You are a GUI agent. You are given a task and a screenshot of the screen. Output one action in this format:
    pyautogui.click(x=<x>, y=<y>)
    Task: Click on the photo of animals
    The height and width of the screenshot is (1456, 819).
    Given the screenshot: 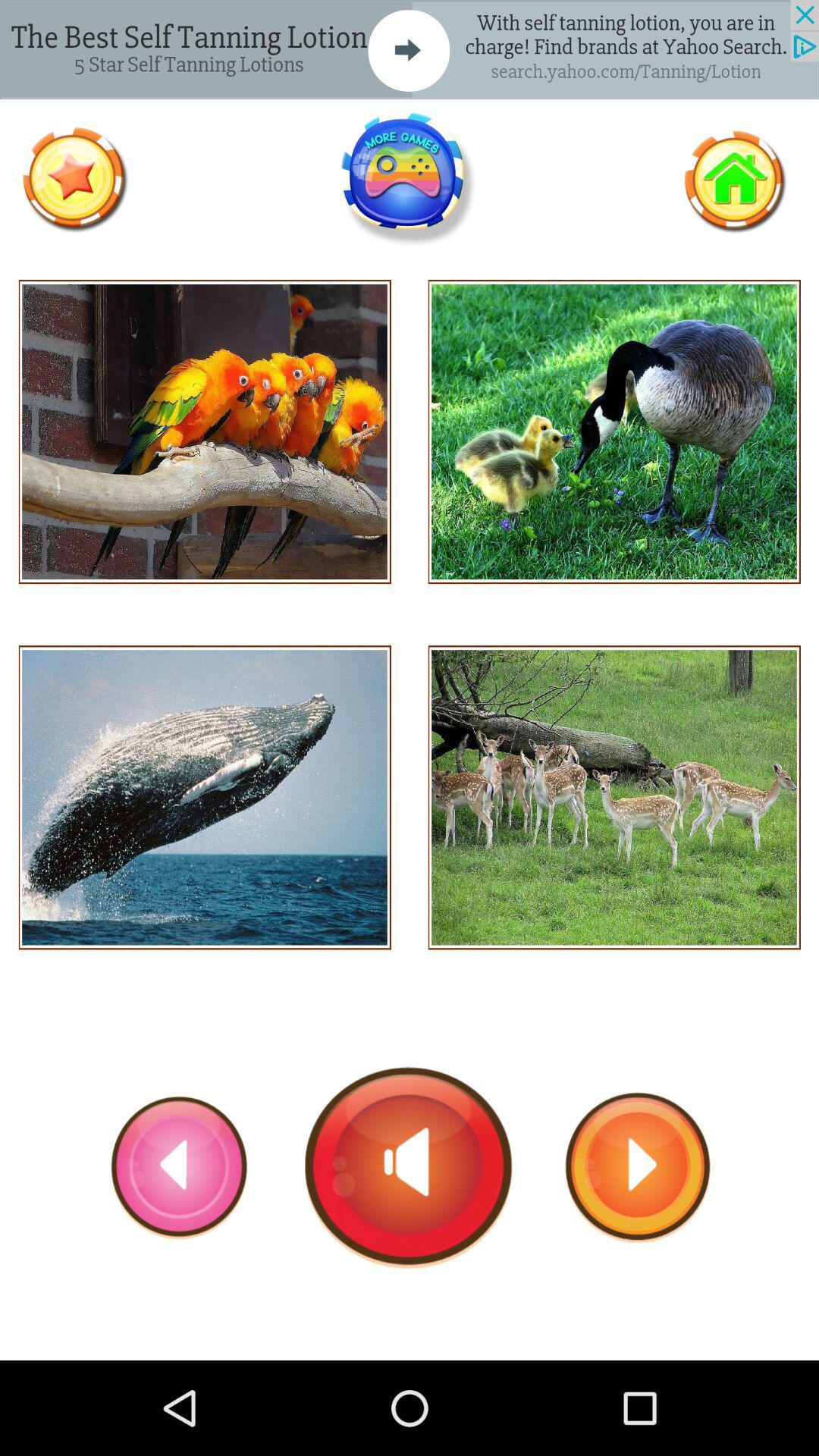 What is the action you would take?
    pyautogui.click(x=614, y=431)
    